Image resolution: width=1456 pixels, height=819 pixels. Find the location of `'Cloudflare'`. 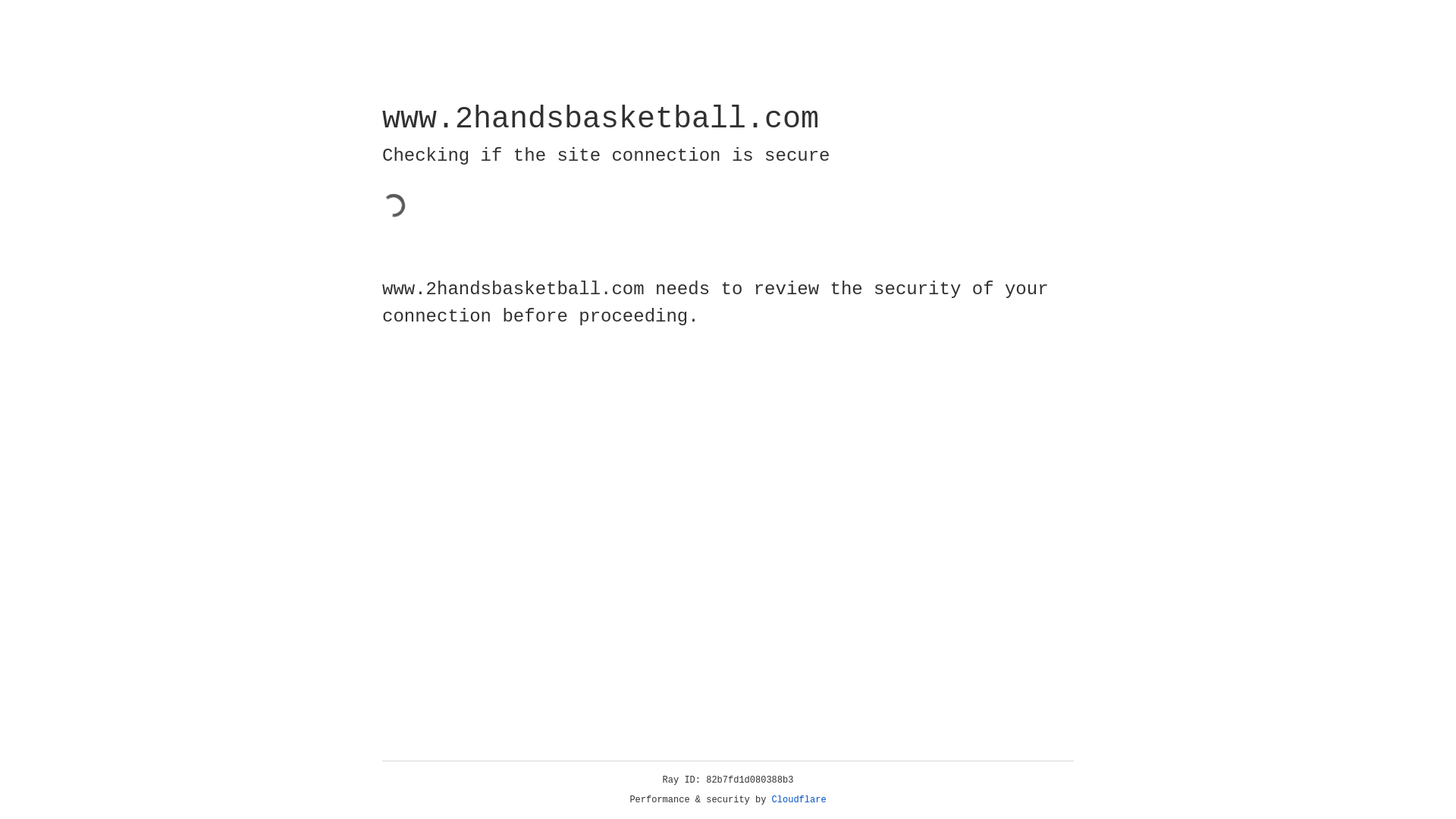

'Cloudflare' is located at coordinates (799, 799).